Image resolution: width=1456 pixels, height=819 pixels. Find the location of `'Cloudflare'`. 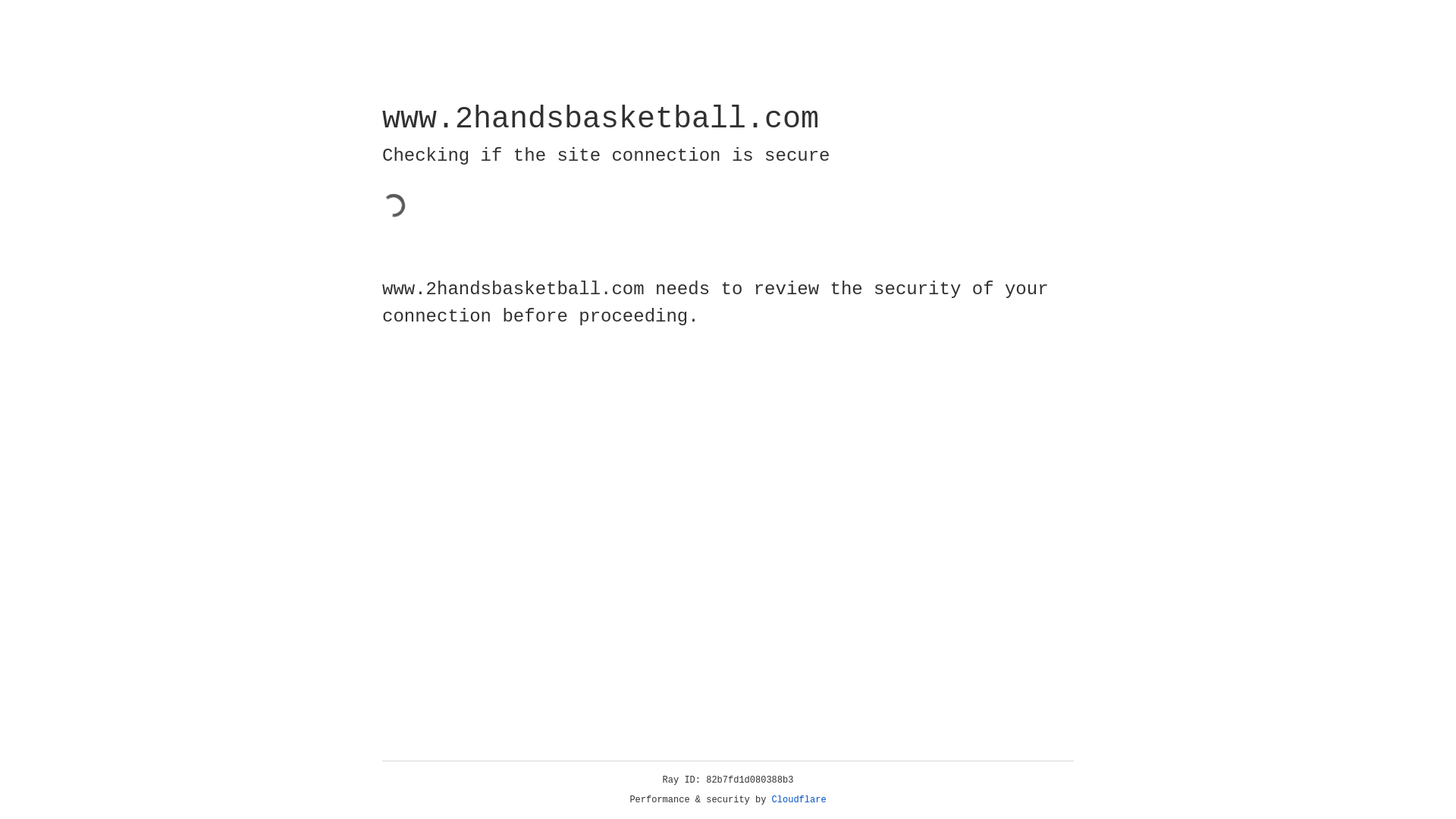

'Cloudflare' is located at coordinates (799, 799).